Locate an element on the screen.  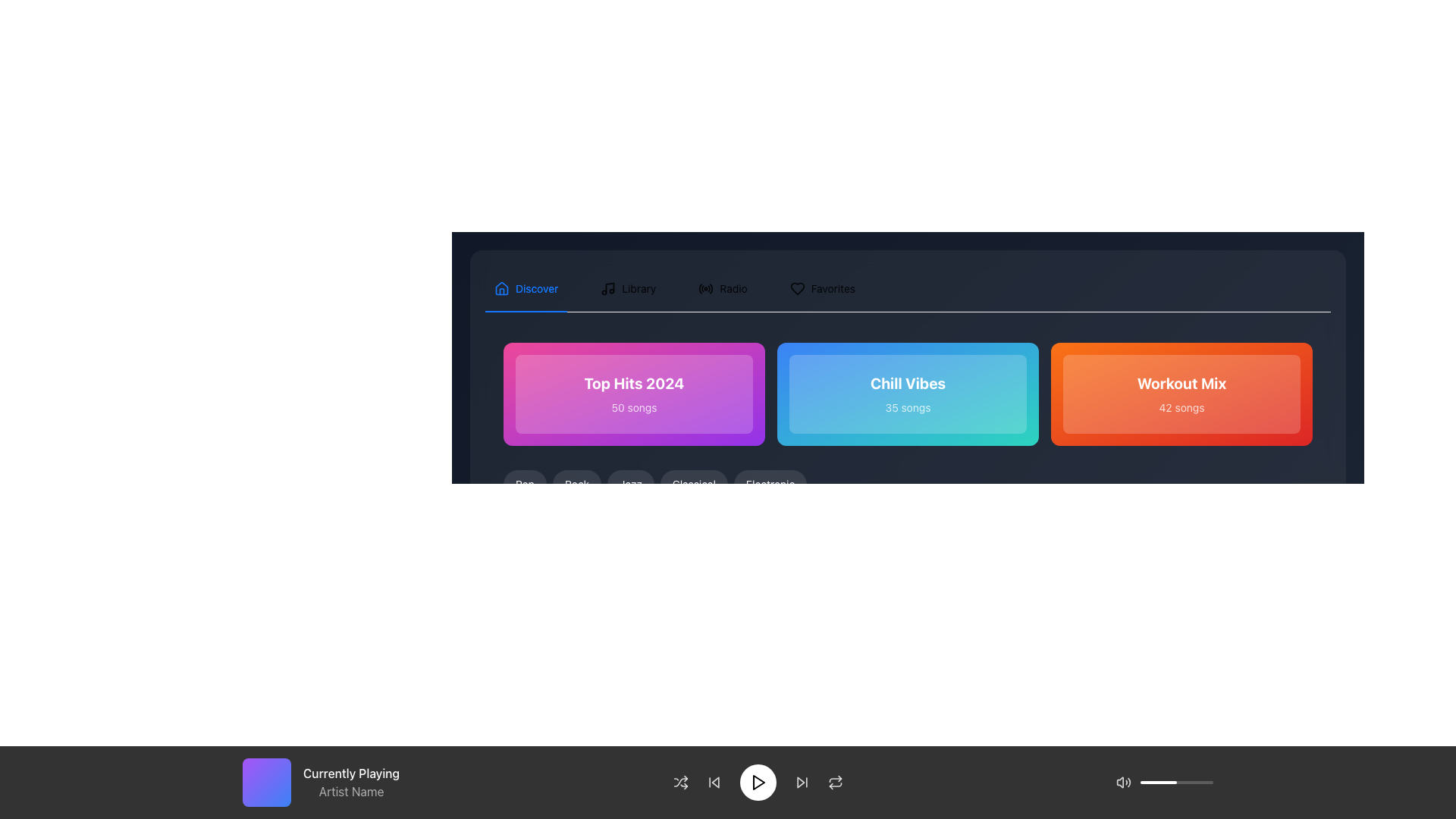
the skip-forward button, which is located on the bottom-right side of the interface in the horizontal control bar is located at coordinates (801, 783).